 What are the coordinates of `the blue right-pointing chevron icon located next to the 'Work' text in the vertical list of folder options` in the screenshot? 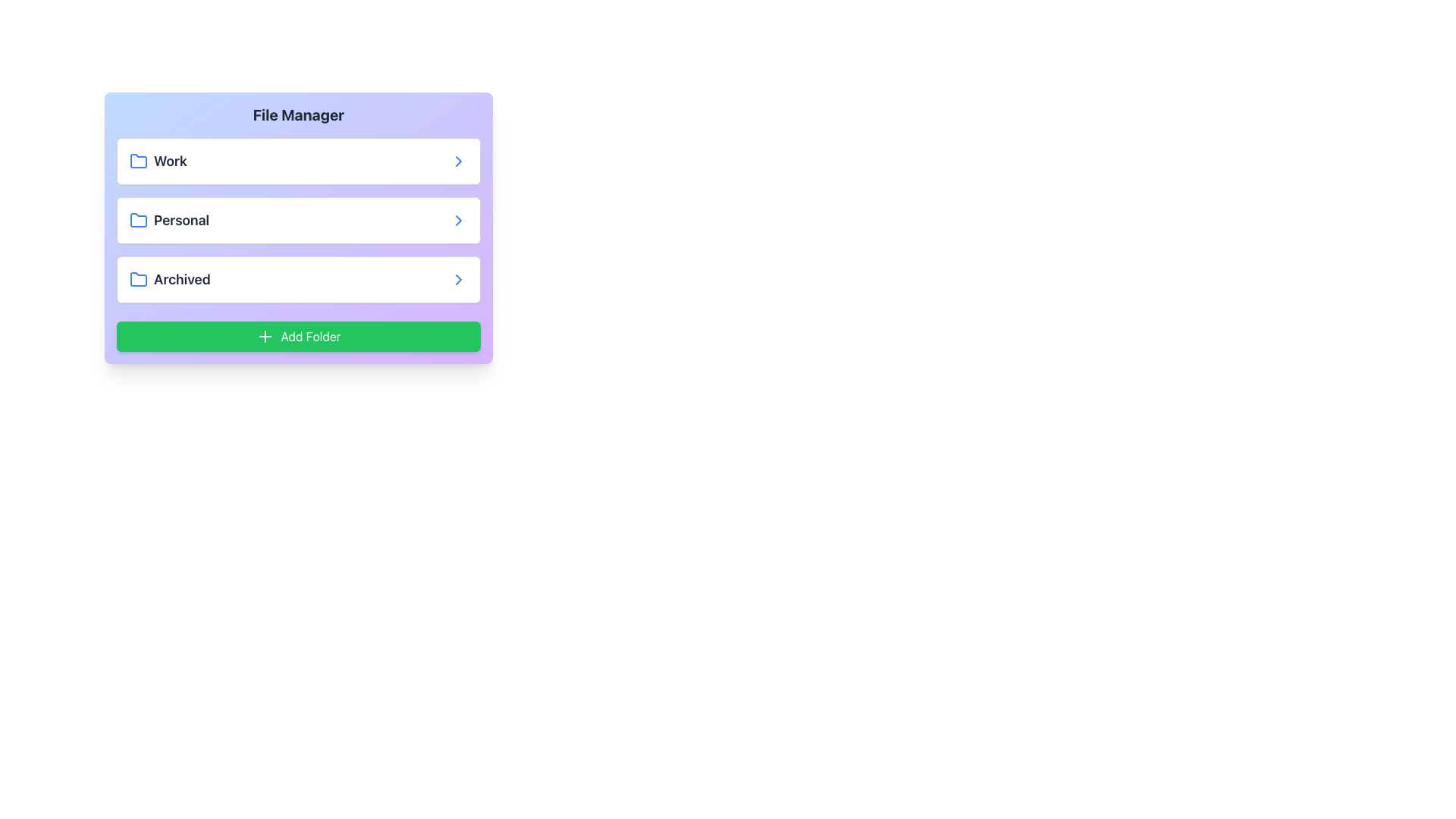 It's located at (457, 161).